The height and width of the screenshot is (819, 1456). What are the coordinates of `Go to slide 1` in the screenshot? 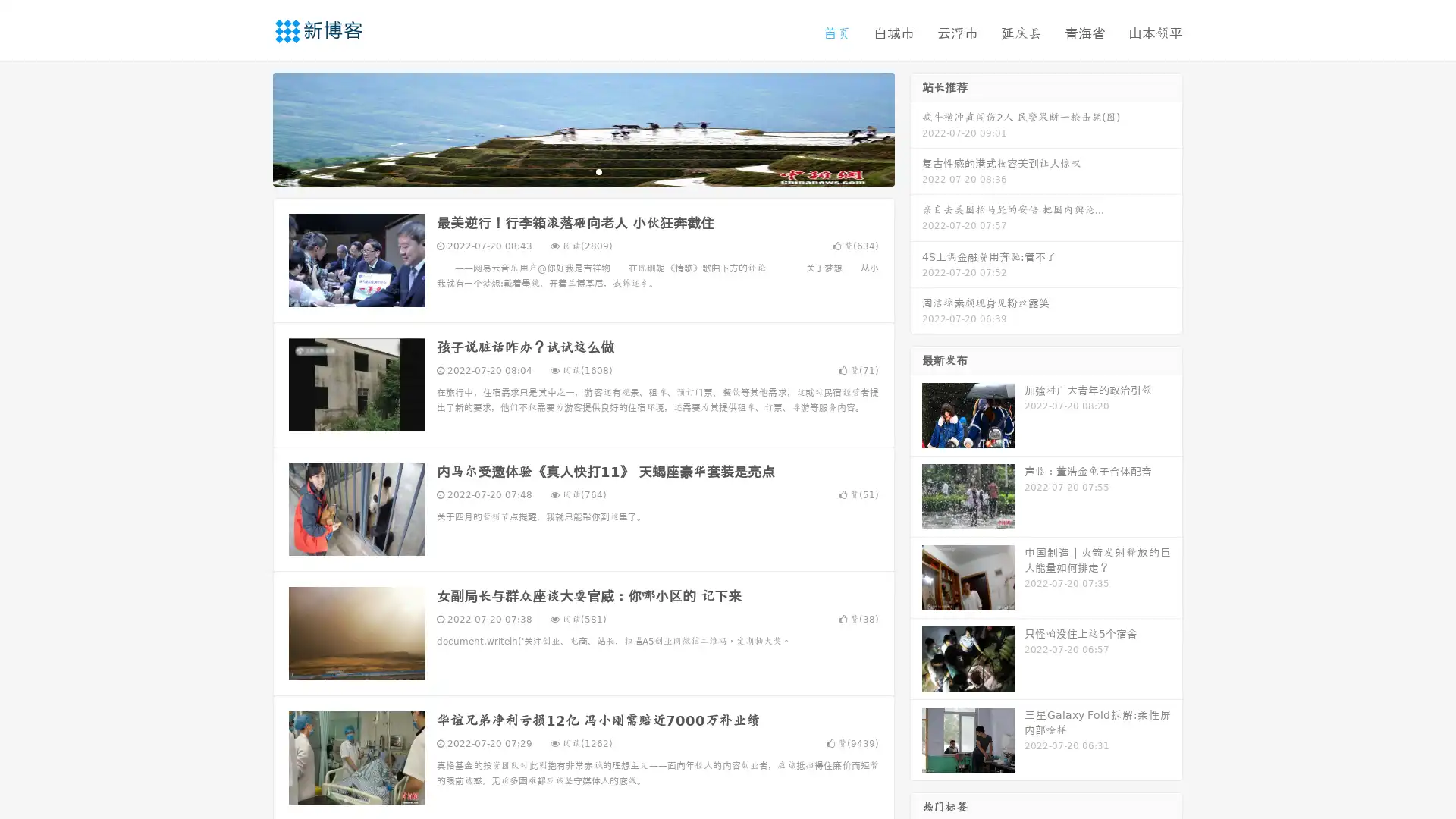 It's located at (567, 171).